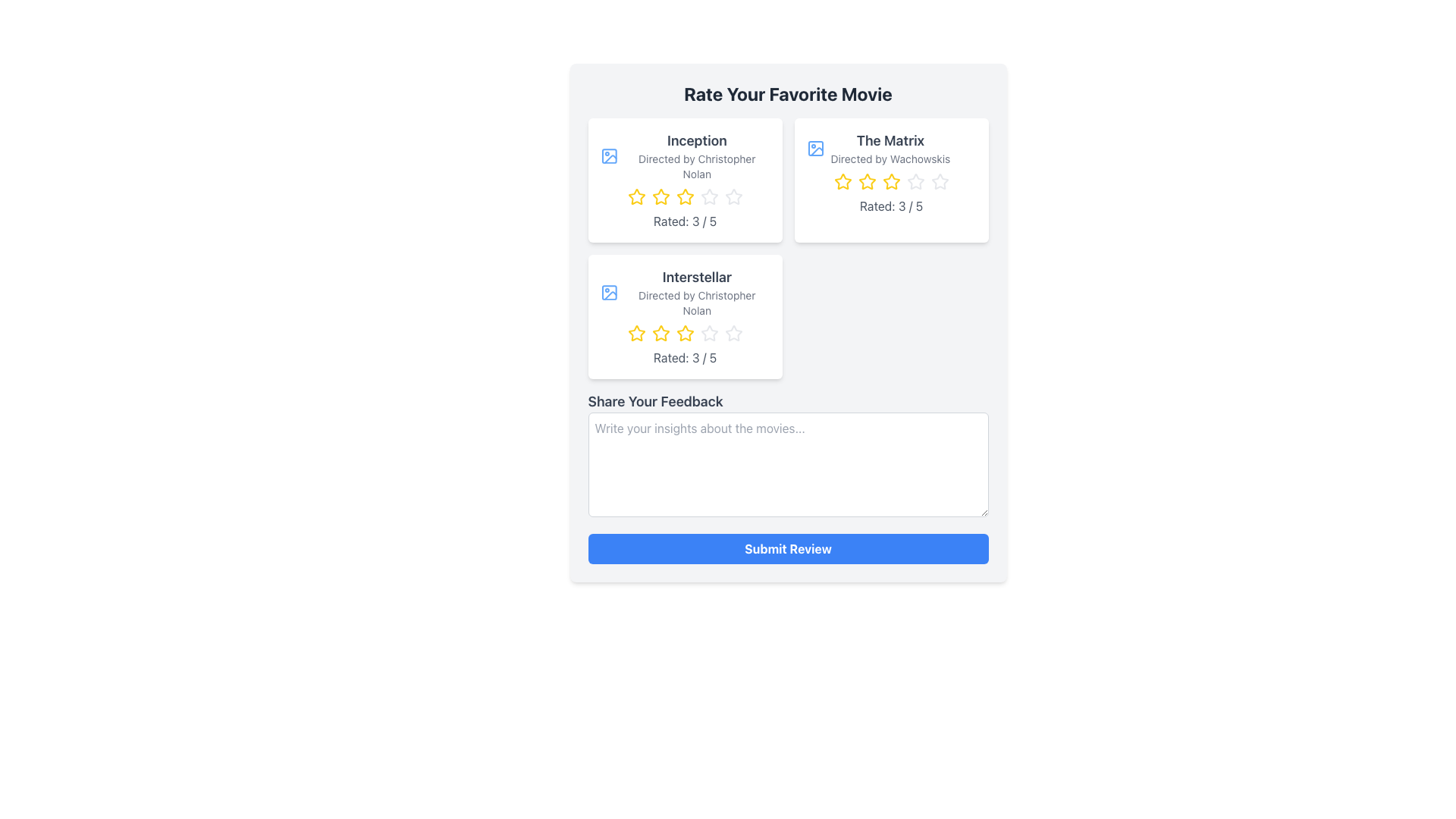 The width and height of the screenshot is (1456, 819). I want to click on the text label that reads 'Inception', which is styled in a bold font and is prominent in the top-left corner of a card layout containing movie details, so click(696, 140).